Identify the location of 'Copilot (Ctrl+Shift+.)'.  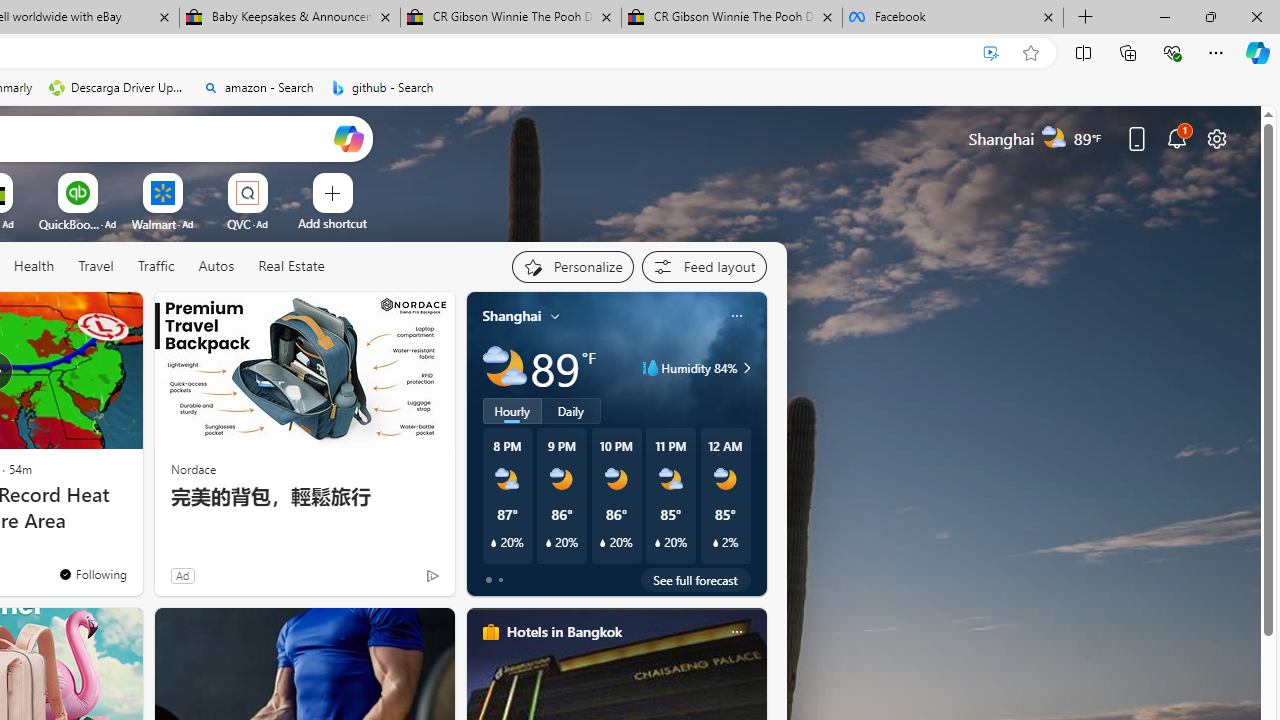
(1257, 51).